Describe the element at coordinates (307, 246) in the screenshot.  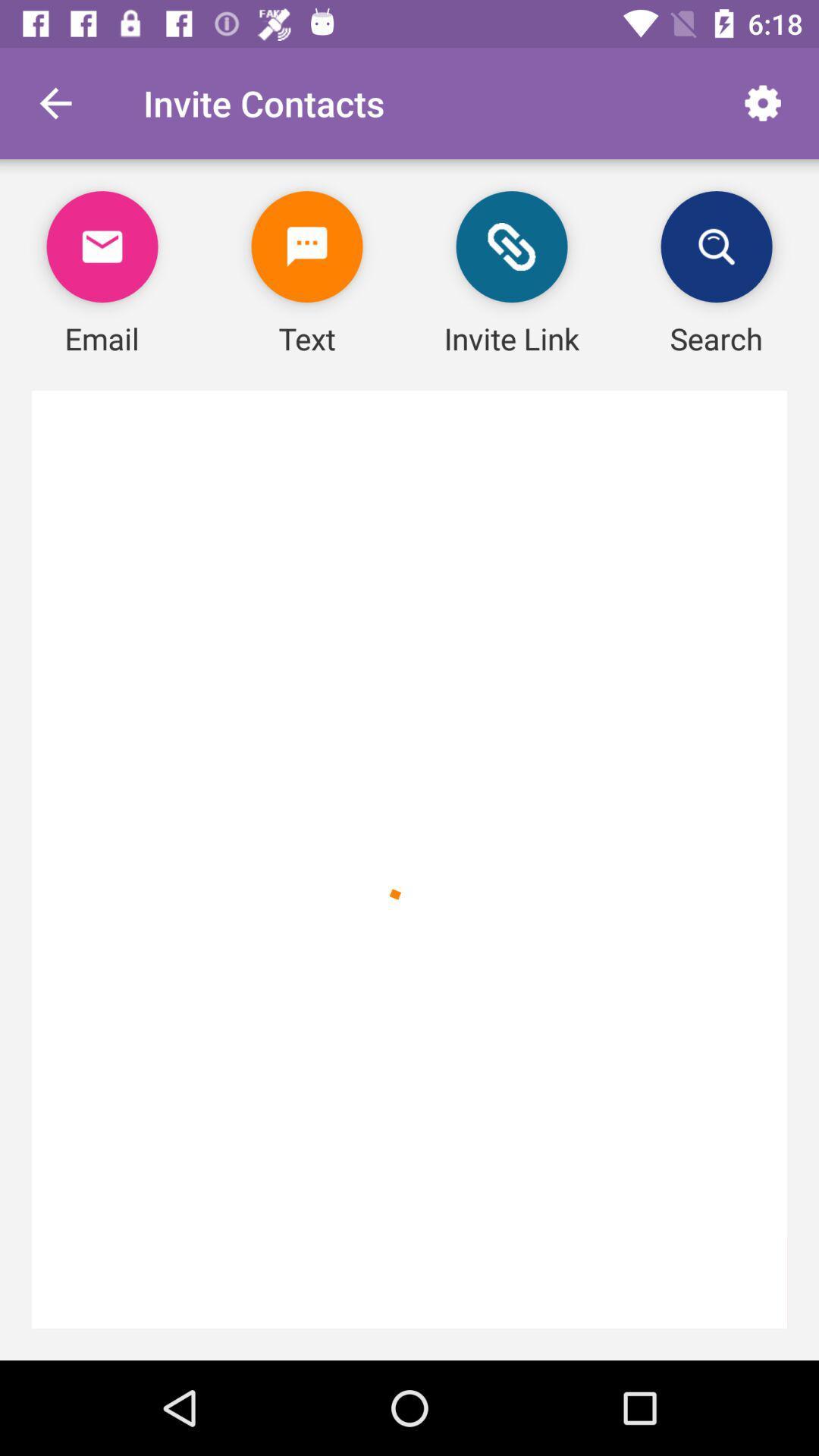
I see `the chat icon` at that location.